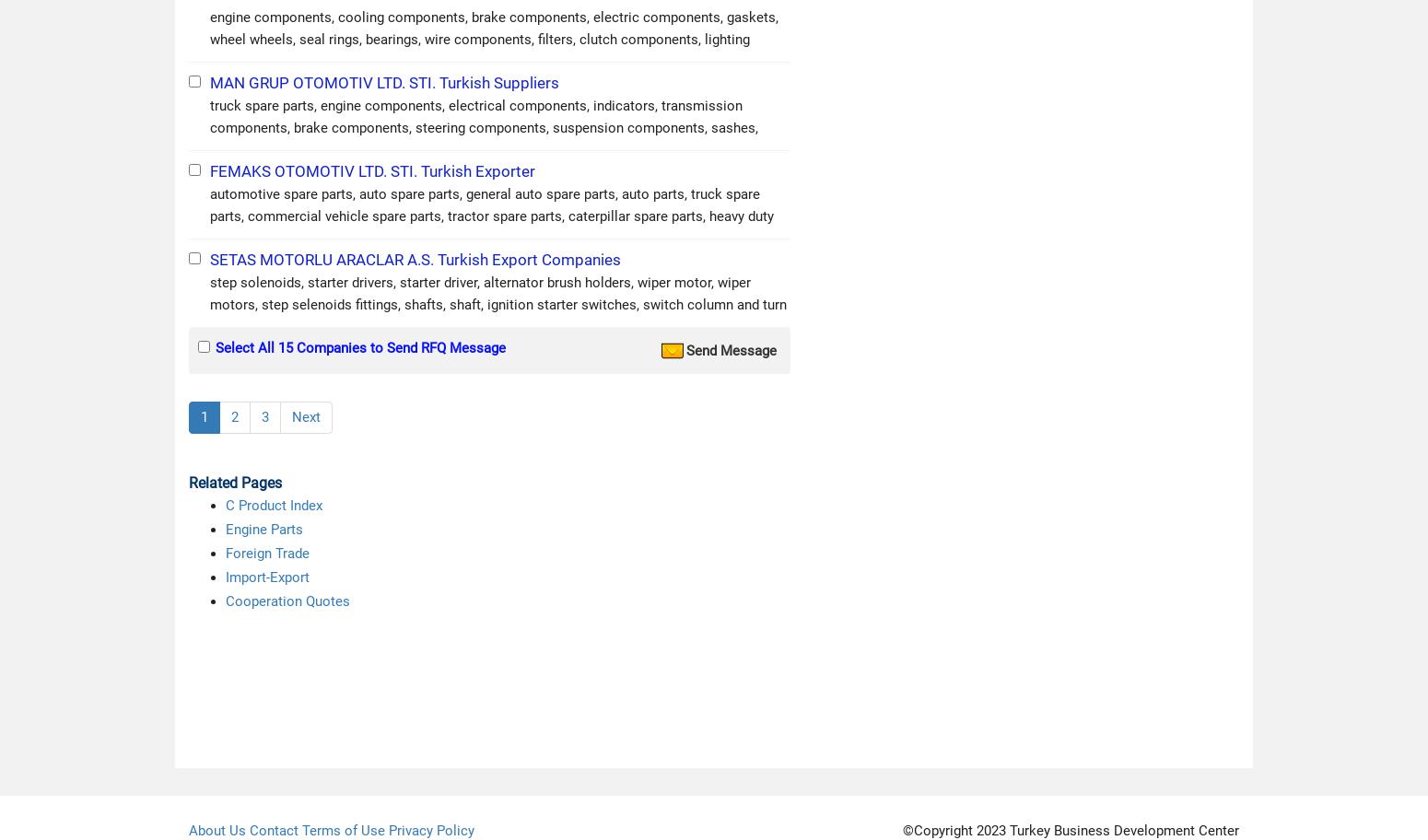  What do you see at coordinates (287, 600) in the screenshot?
I see `'Cooperation Quotes'` at bounding box center [287, 600].